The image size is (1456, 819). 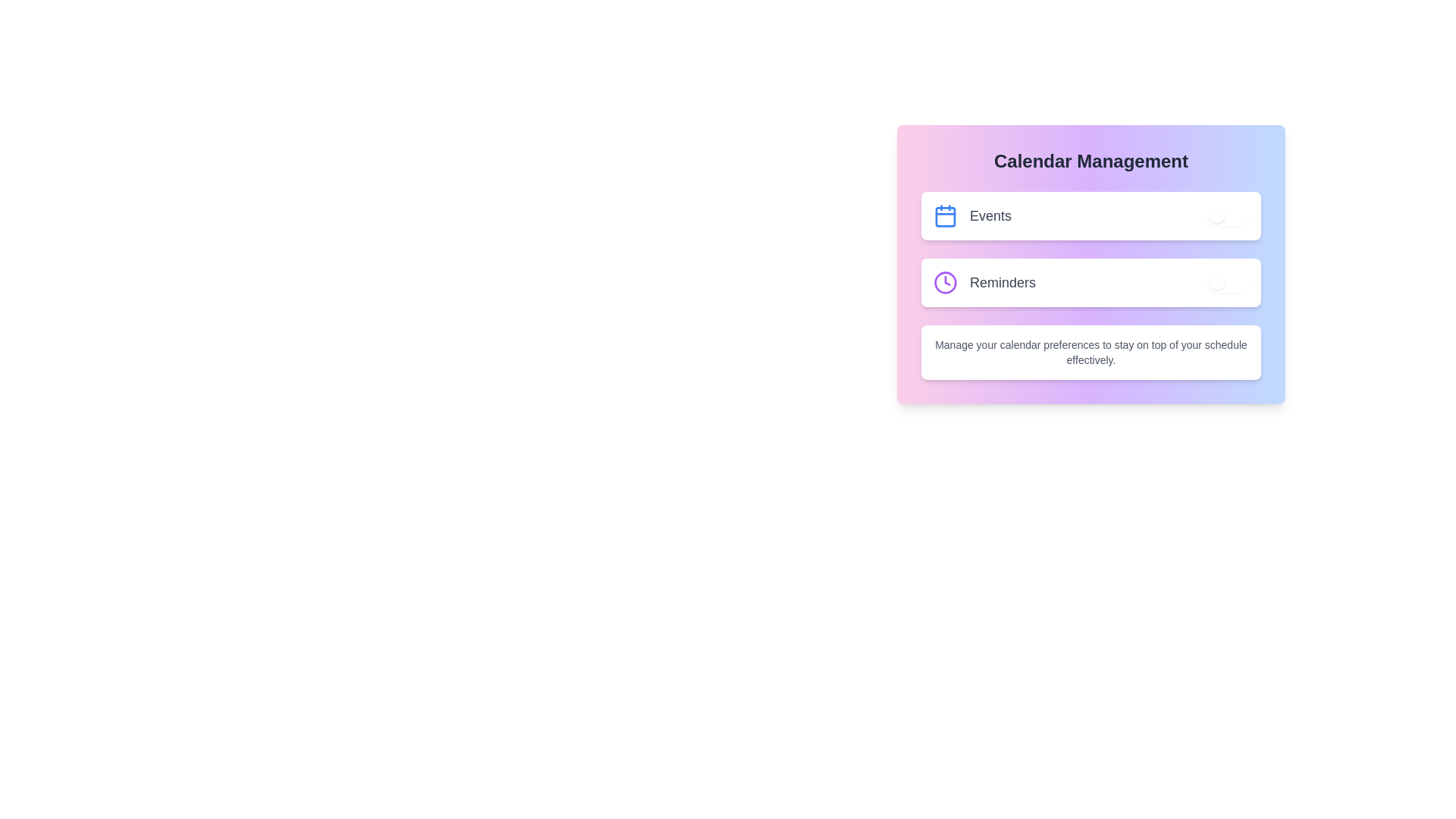 What do you see at coordinates (945, 216) in the screenshot?
I see `the 'Calendar' icon to focus on the events setting` at bounding box center [945, 216].